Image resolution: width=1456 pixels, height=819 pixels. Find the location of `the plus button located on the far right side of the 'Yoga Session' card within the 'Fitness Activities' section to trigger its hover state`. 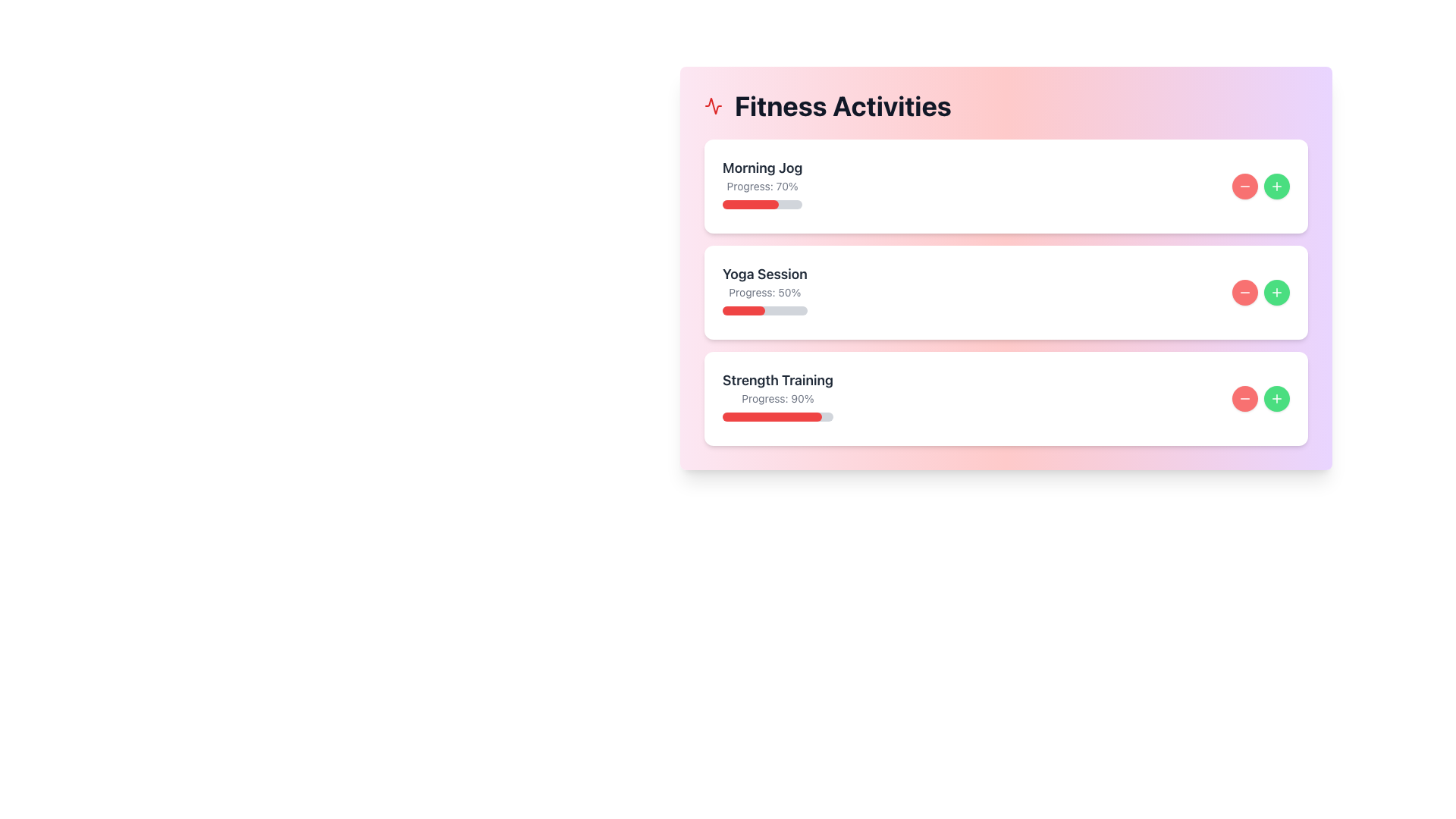

the plus button located on the far right side of the 'Yoga Session' card within the 'Fitness Activities' section to trigger its hover state is located at coordinates (1260, 292).